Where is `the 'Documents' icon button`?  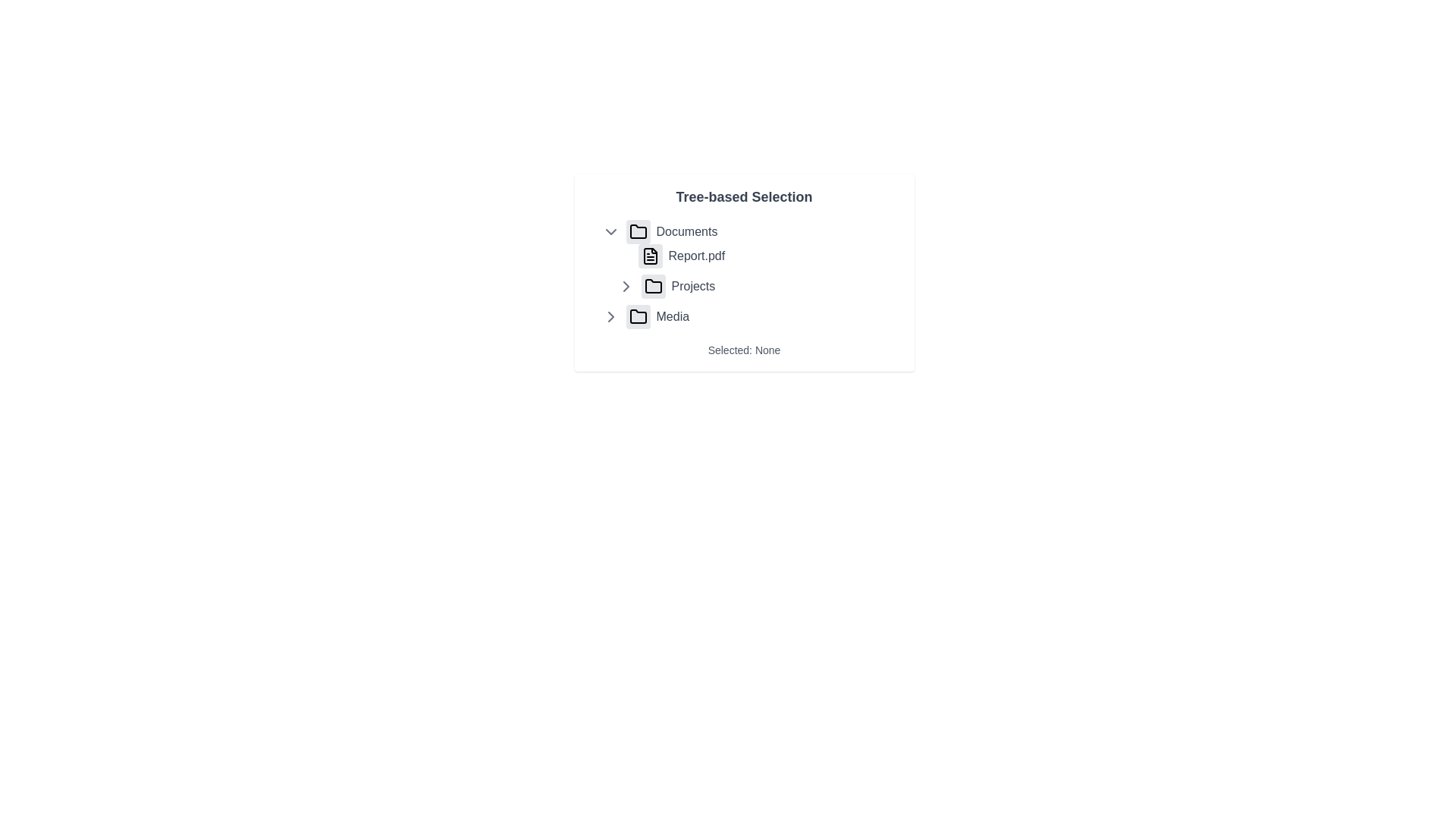 the 'Documents' icon button is located at coordinates (638, 231).